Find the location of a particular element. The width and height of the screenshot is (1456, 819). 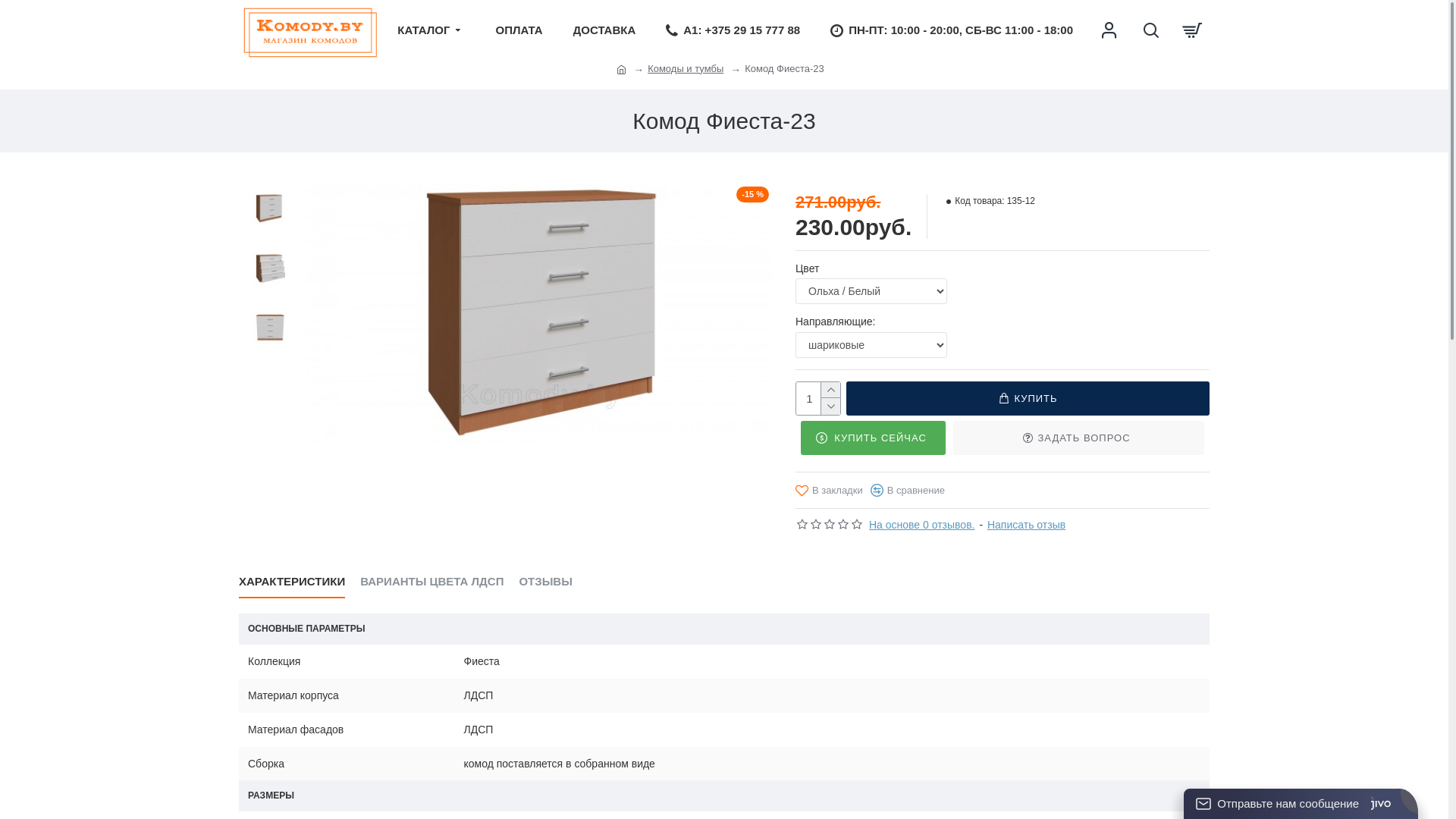

'Komody.by' is located at coordinates (309, 32).